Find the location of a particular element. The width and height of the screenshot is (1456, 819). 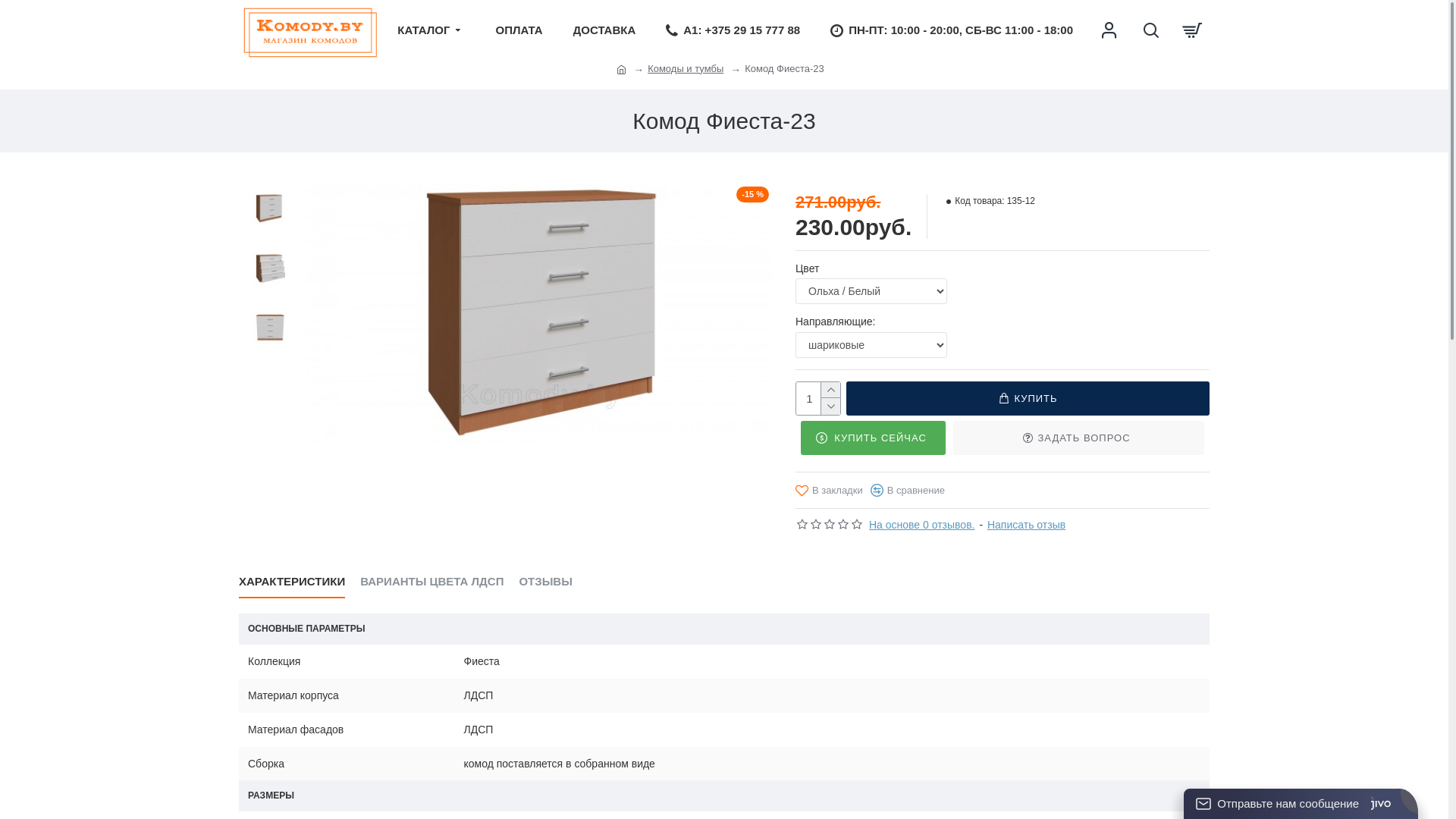

'Komody.by' is located at coordinates (309, 32).